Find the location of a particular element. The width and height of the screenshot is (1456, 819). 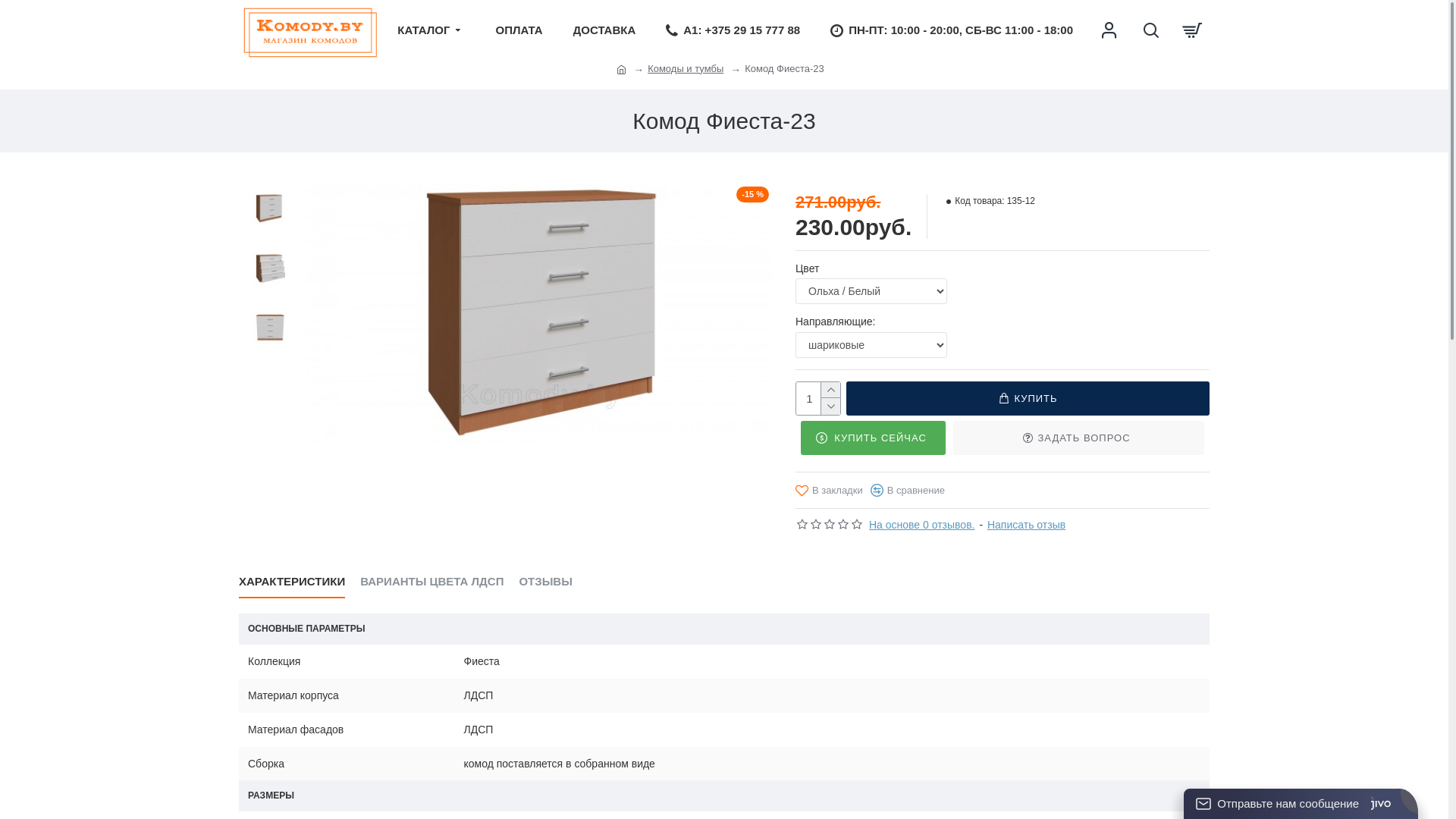

'Komody.by' is located at coordinates (309, 32).